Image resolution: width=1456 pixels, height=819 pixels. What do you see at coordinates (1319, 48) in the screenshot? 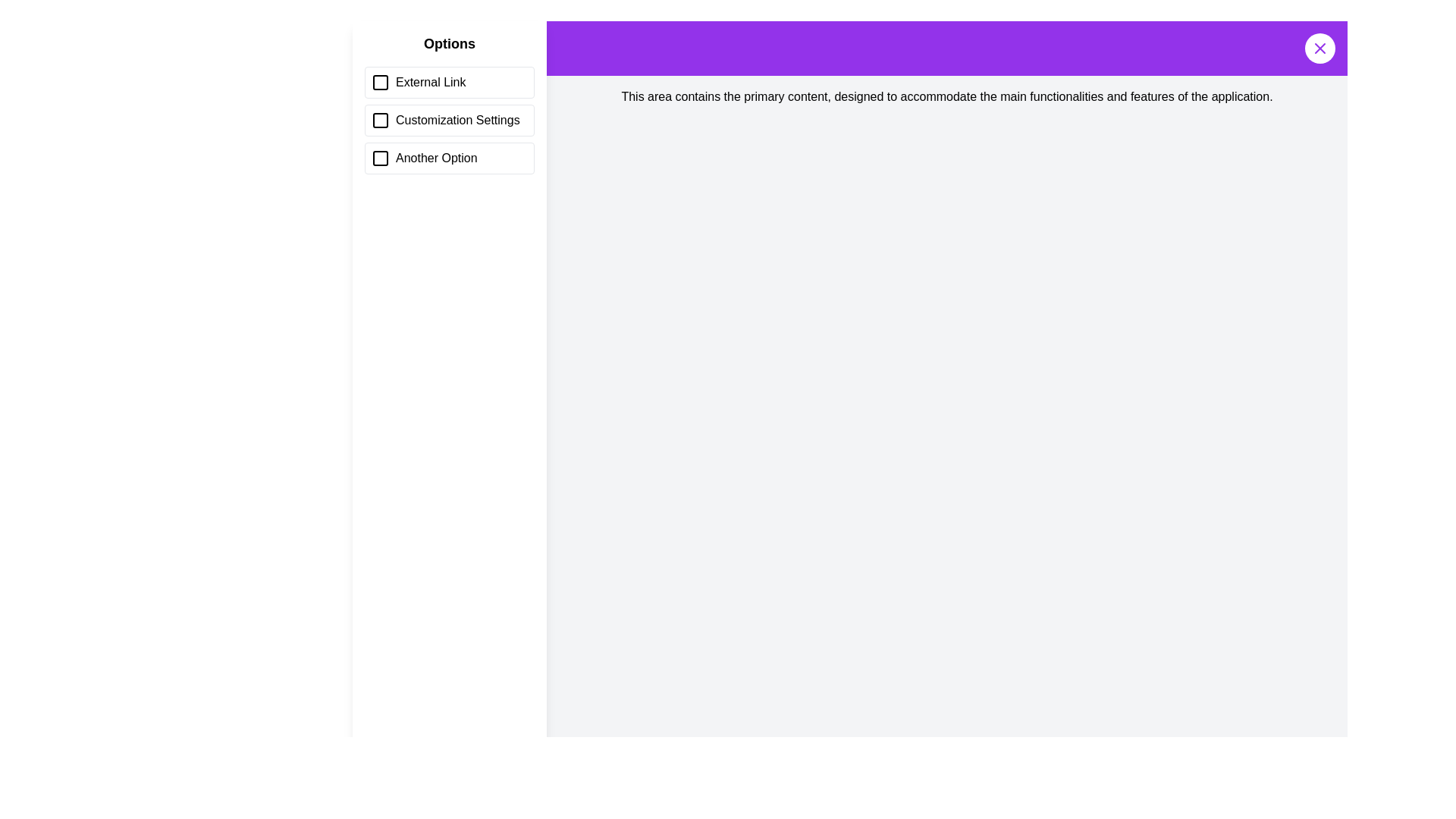
I see `the close button located in the upper right corner of the interface within the purple rectangular header area` at bounding box center [1319, 48].